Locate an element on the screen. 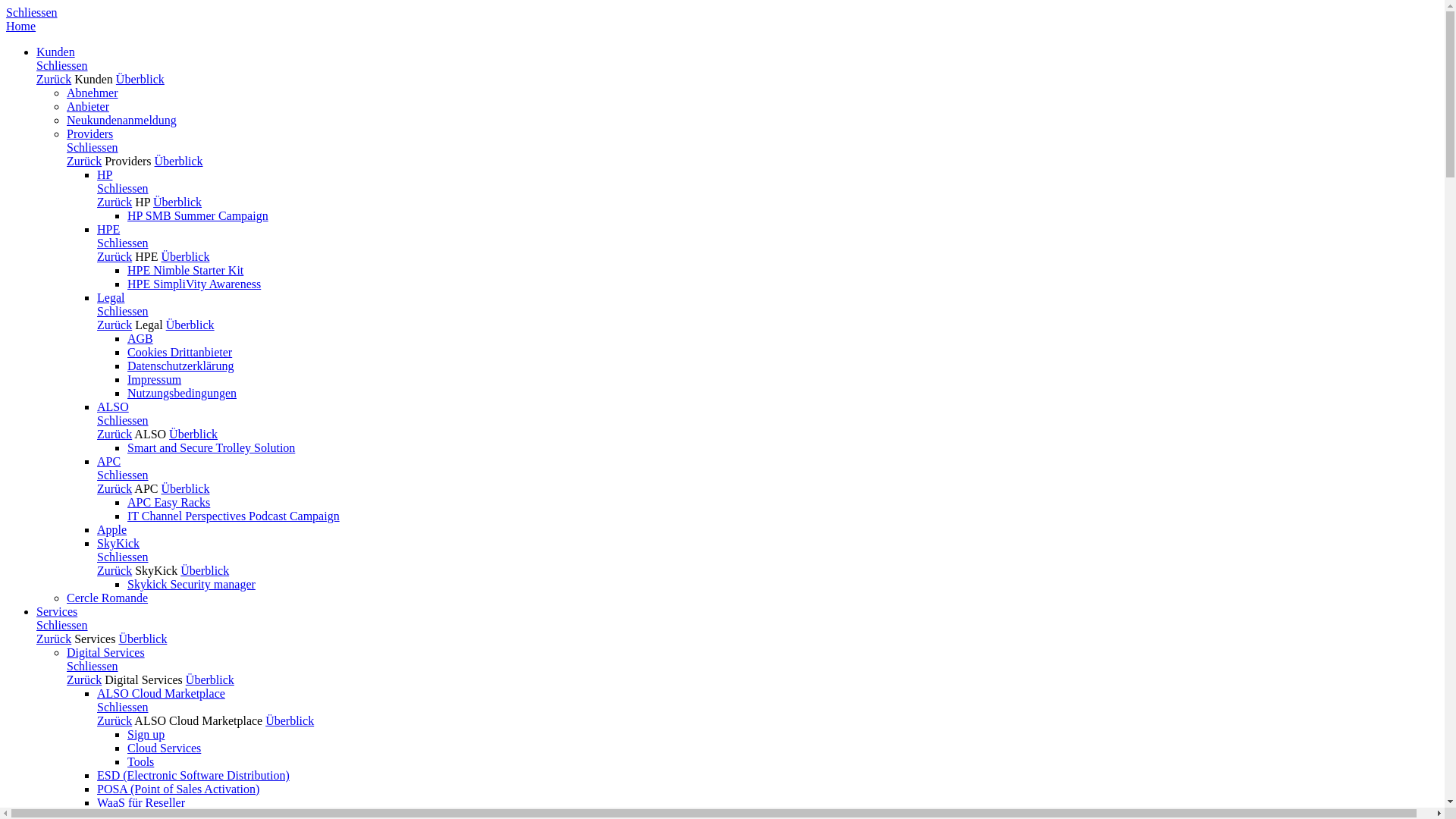  'Sign up' is located at coordinates (146, 733).